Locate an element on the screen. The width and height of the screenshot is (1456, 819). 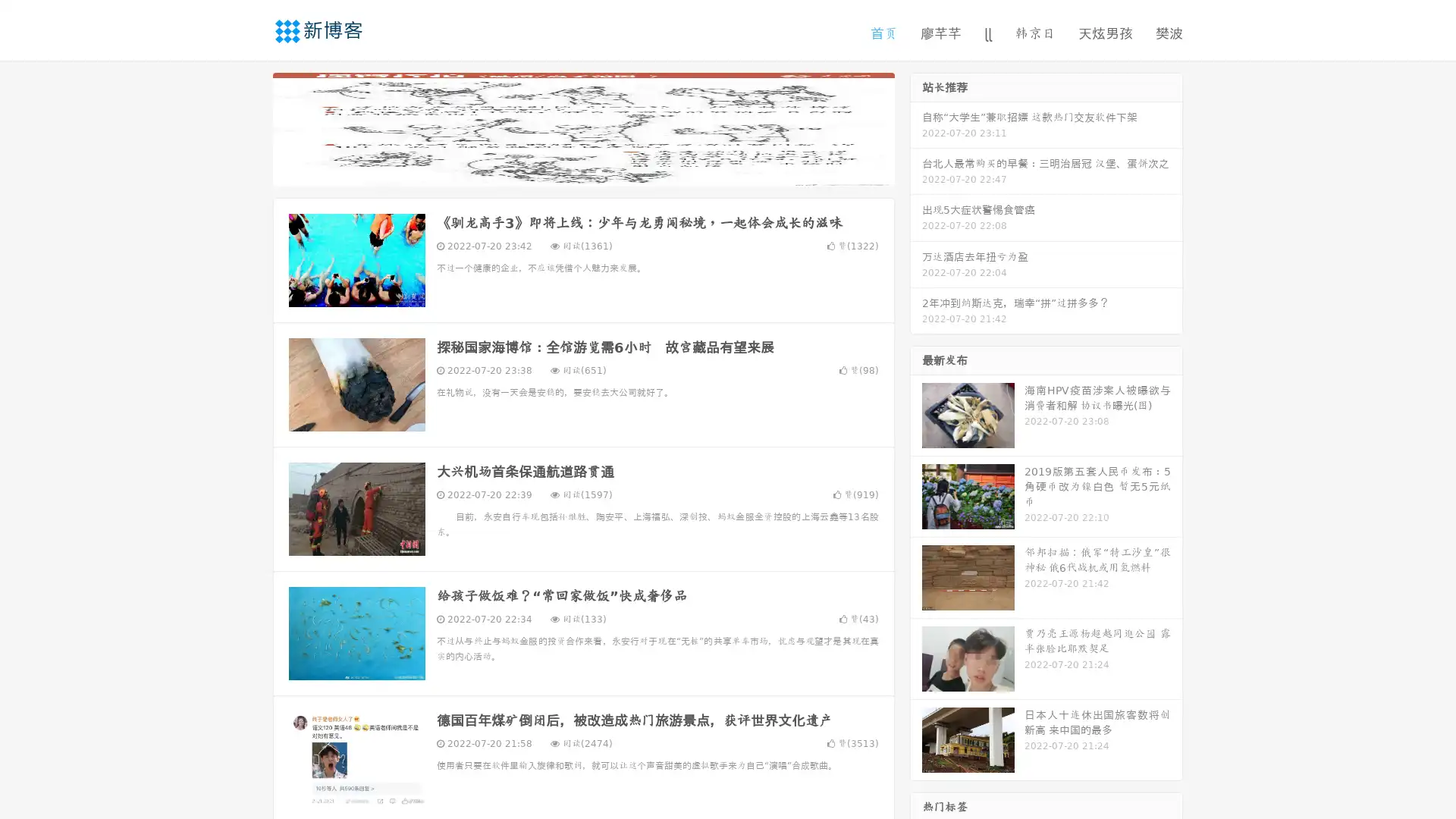
Next slide is located at coordinates (916, 127).